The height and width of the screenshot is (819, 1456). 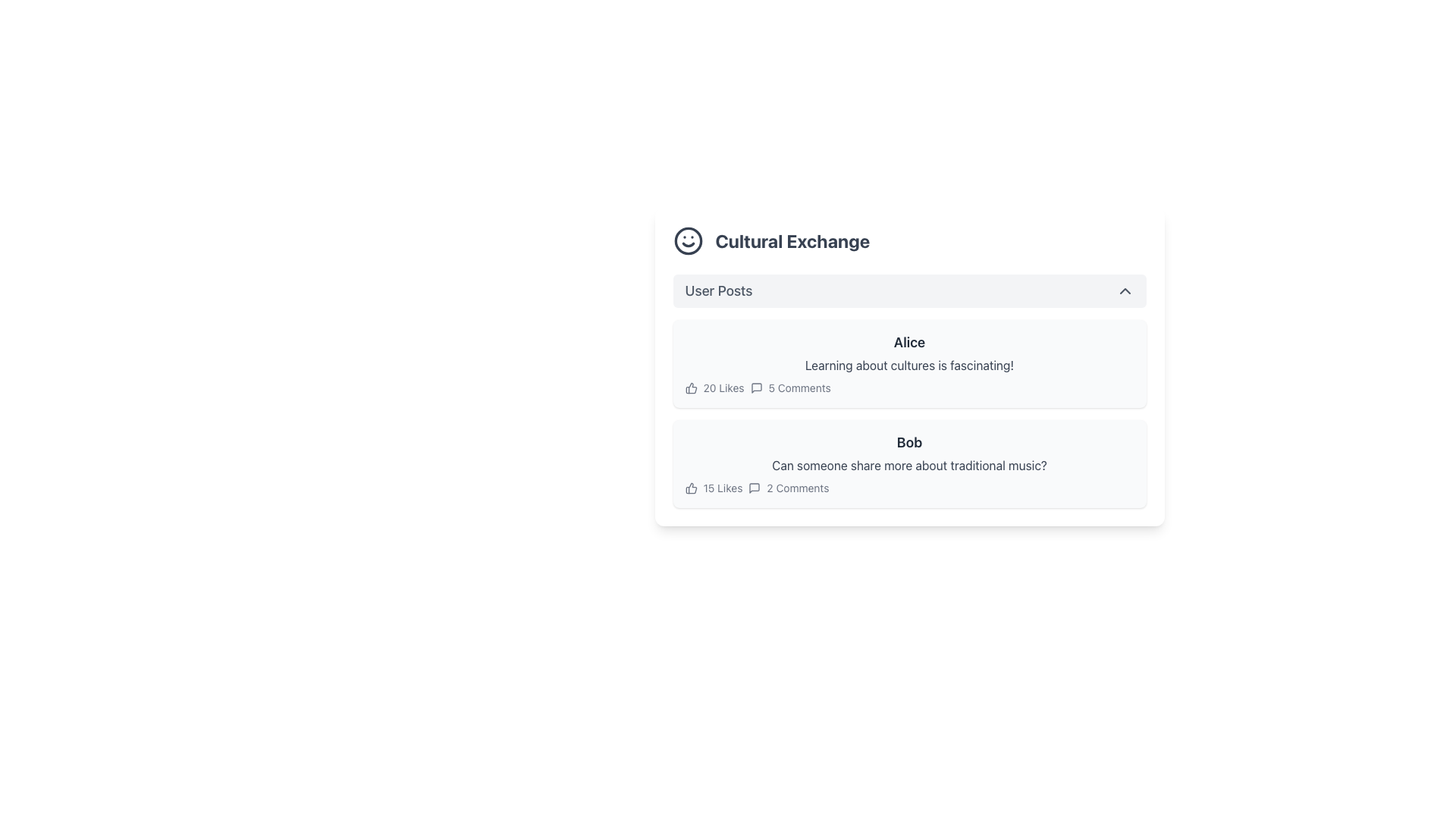 I want to click on the Static Text displaying '20 Likes', which is positioned to the right of a thumbs-up icon in the post metadata section, so click(x=723, y=388).